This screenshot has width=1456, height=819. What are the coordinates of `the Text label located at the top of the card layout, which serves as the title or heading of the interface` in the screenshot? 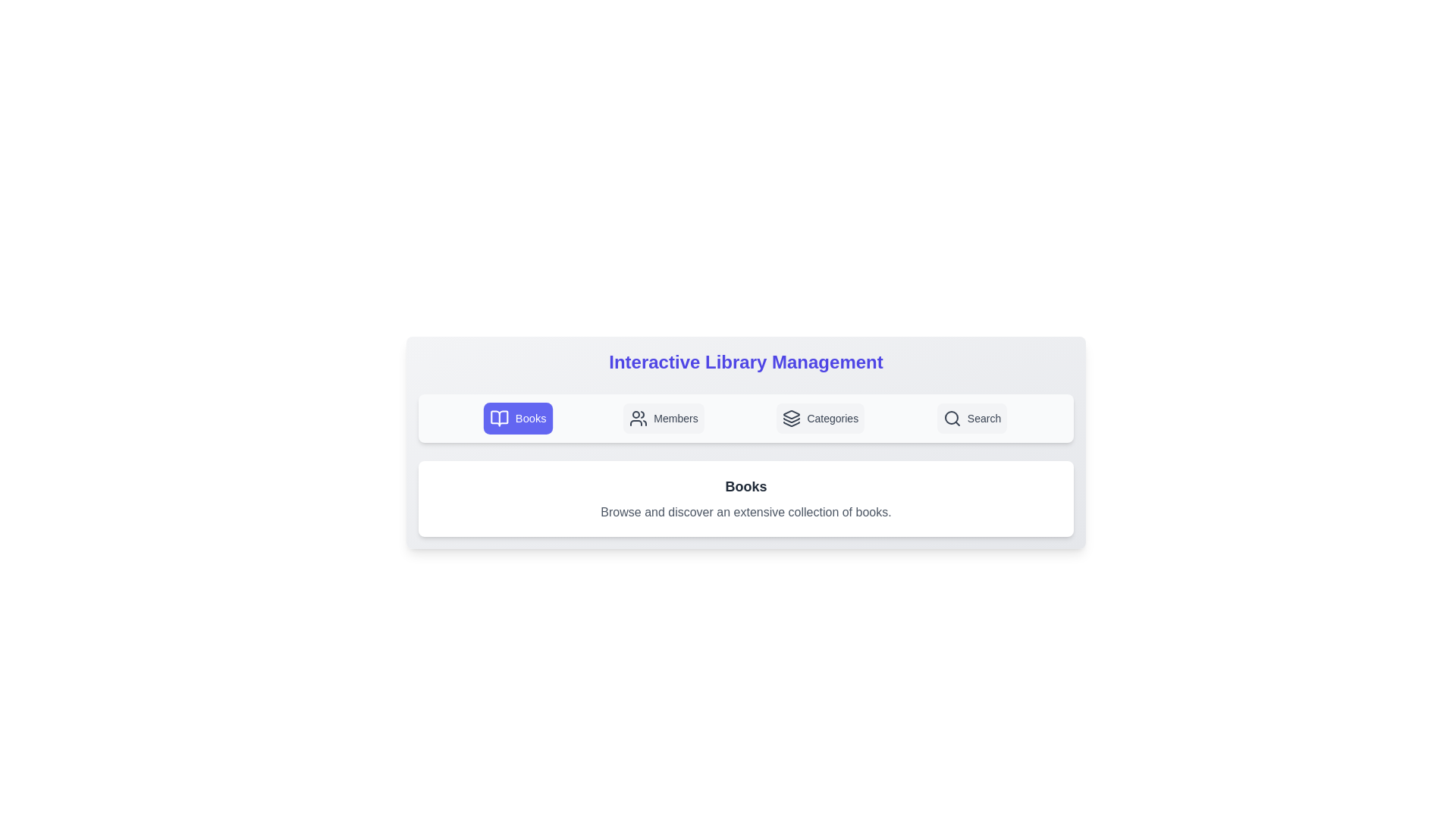 It's located at (745, 362).